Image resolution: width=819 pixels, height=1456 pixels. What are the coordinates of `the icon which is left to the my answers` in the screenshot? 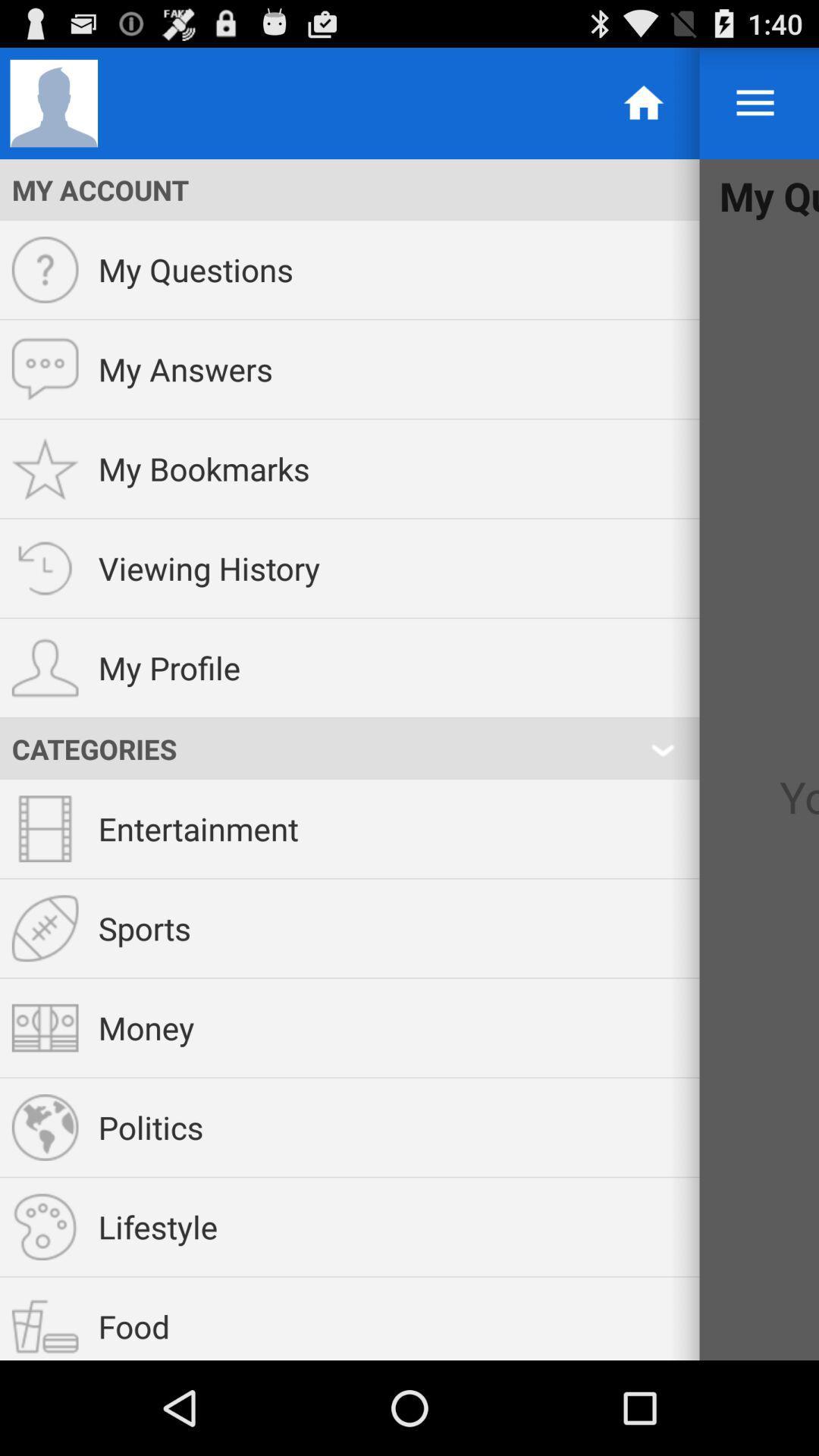 It's located at (45, 369).